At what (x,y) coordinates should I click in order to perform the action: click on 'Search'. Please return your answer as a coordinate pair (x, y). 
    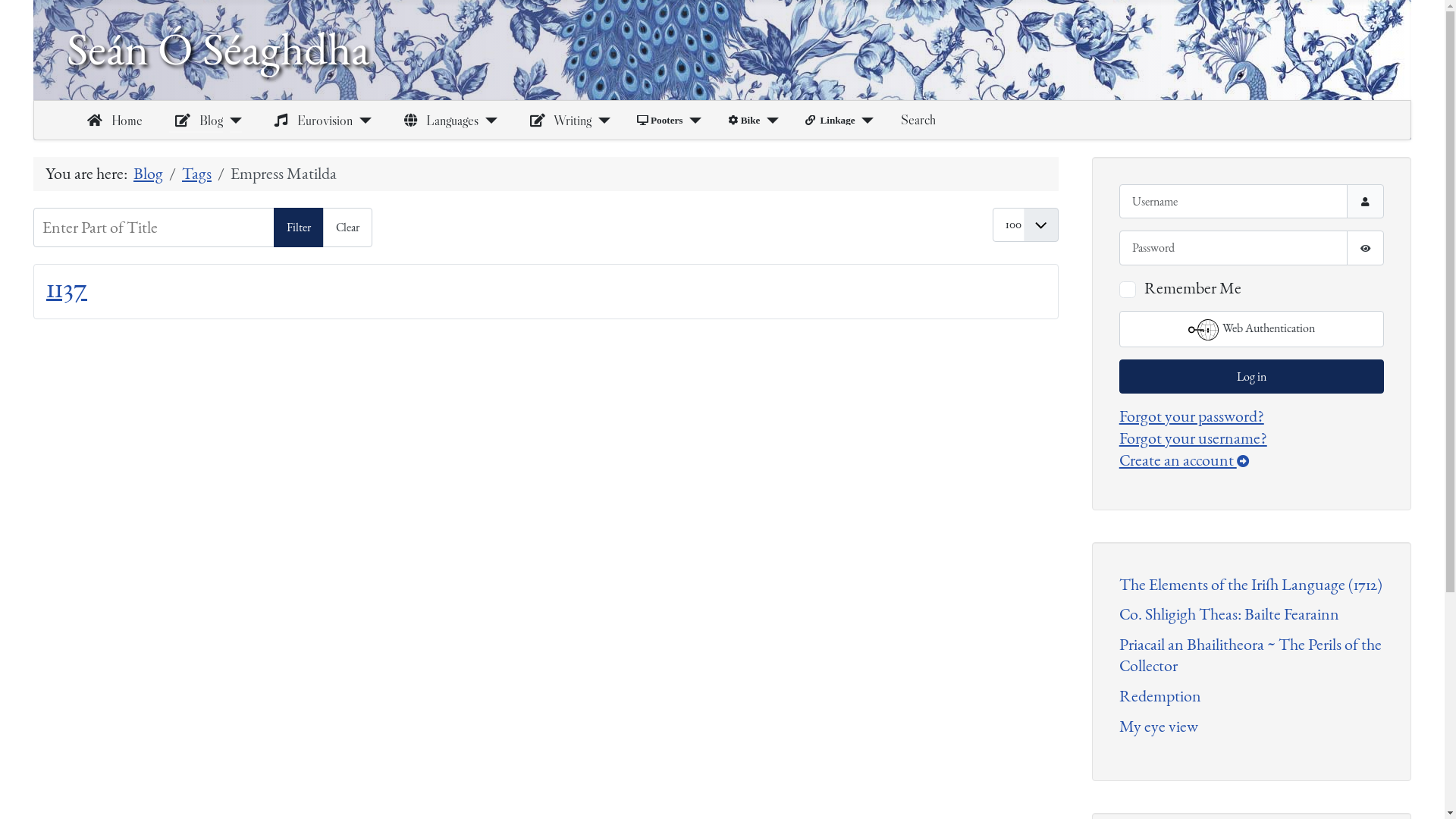
    Looking at the image, I should click on (917, 119).